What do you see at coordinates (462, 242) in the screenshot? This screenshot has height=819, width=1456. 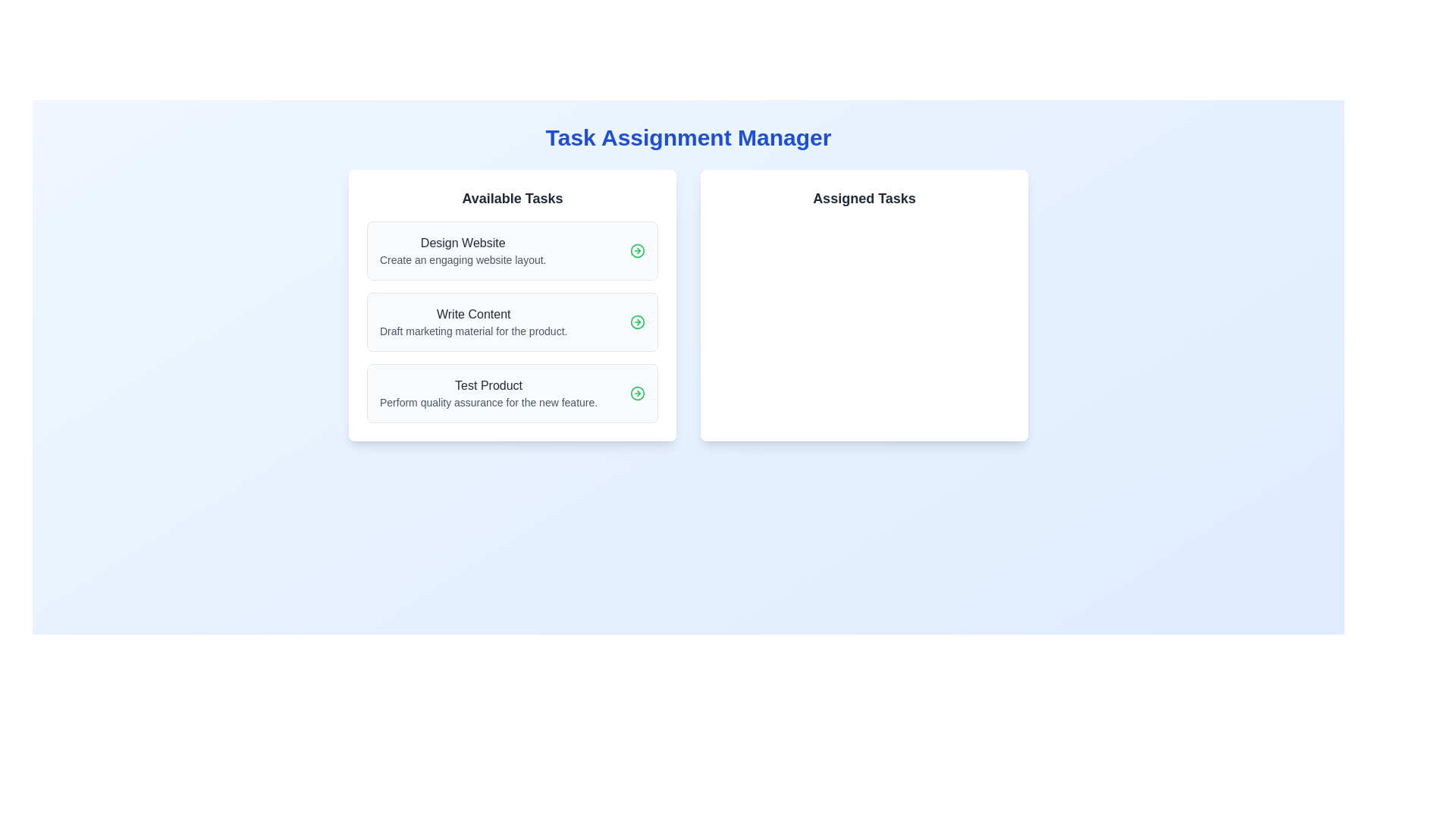 I see `the 'Design Website' label, which is the title of the first task card in the 'Available Tasks' section, styled with medium font weight and dark gray color` at bounding box center [462, 242].